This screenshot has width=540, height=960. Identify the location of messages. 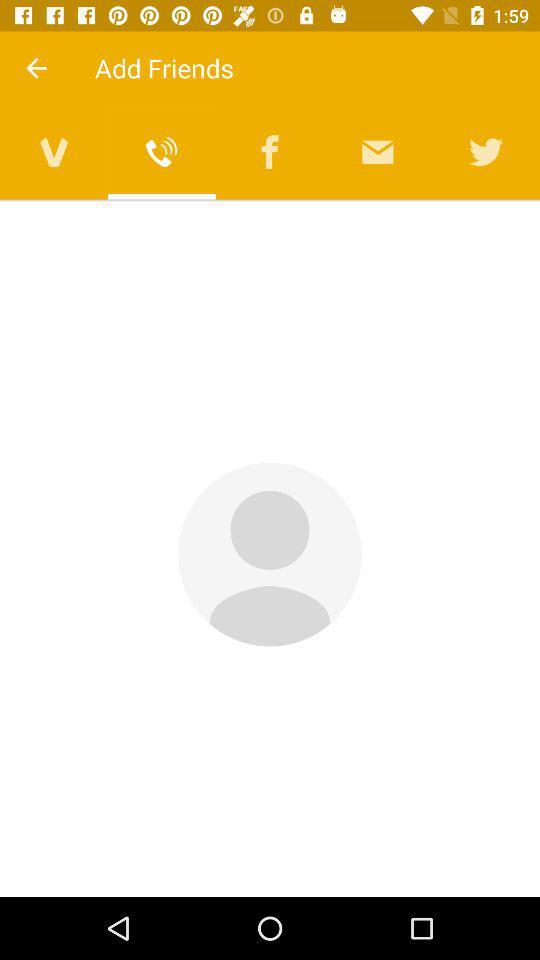
(378, 151).